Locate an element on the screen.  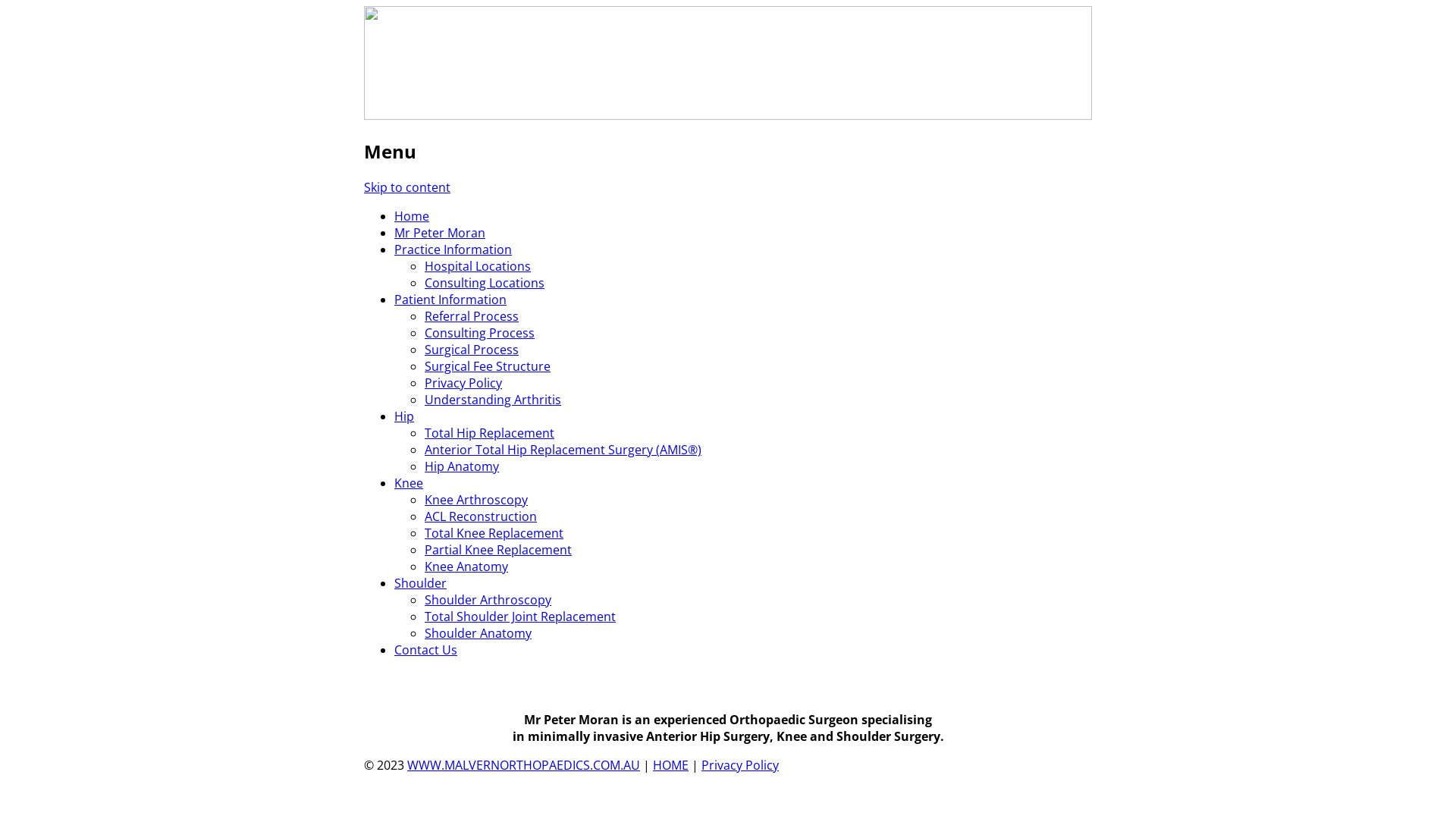
'Mr Peter Moran' is located at coordinates (394, 233).